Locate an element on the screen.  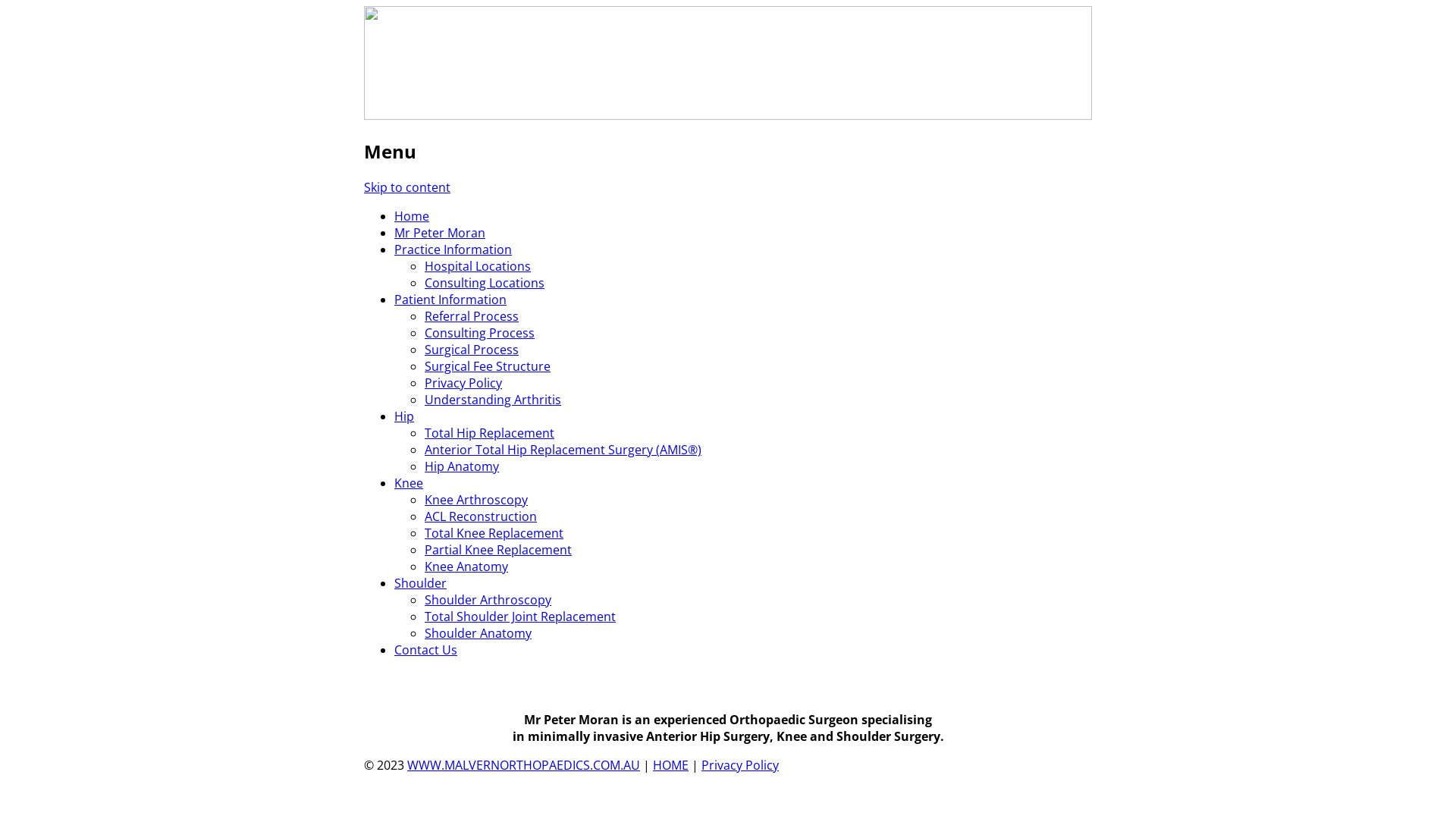
'Mr Peter Moran' is located at coordinates (394, 233).